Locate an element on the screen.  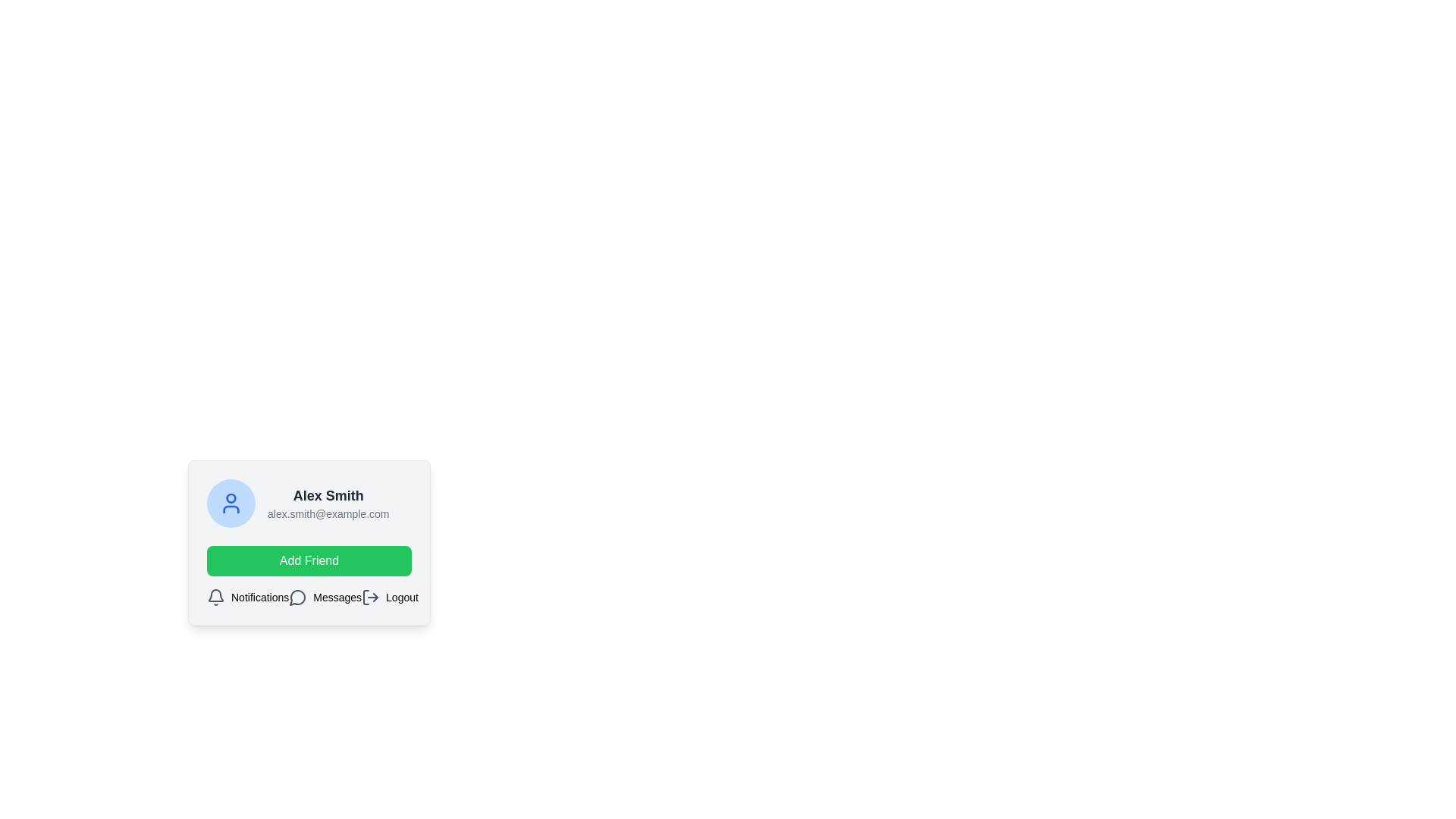
the Text label that indicates messages or communication, located between a speech bubble icon and a logout icon in a horizontal group of icons and labels is located at coordinates (337, 596).